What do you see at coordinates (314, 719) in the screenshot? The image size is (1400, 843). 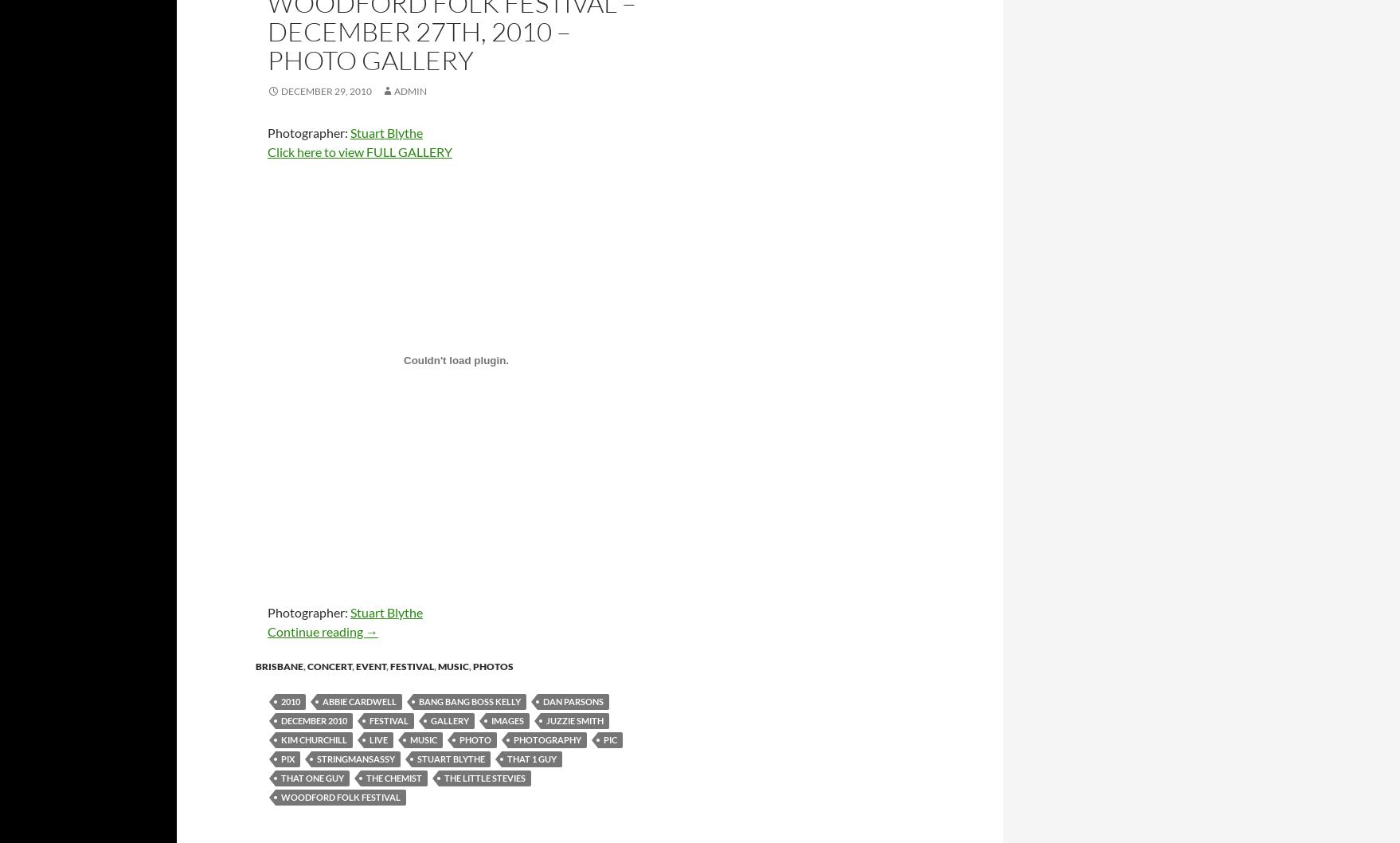 I see `'december 2010'` at bounding box center [314, 719].